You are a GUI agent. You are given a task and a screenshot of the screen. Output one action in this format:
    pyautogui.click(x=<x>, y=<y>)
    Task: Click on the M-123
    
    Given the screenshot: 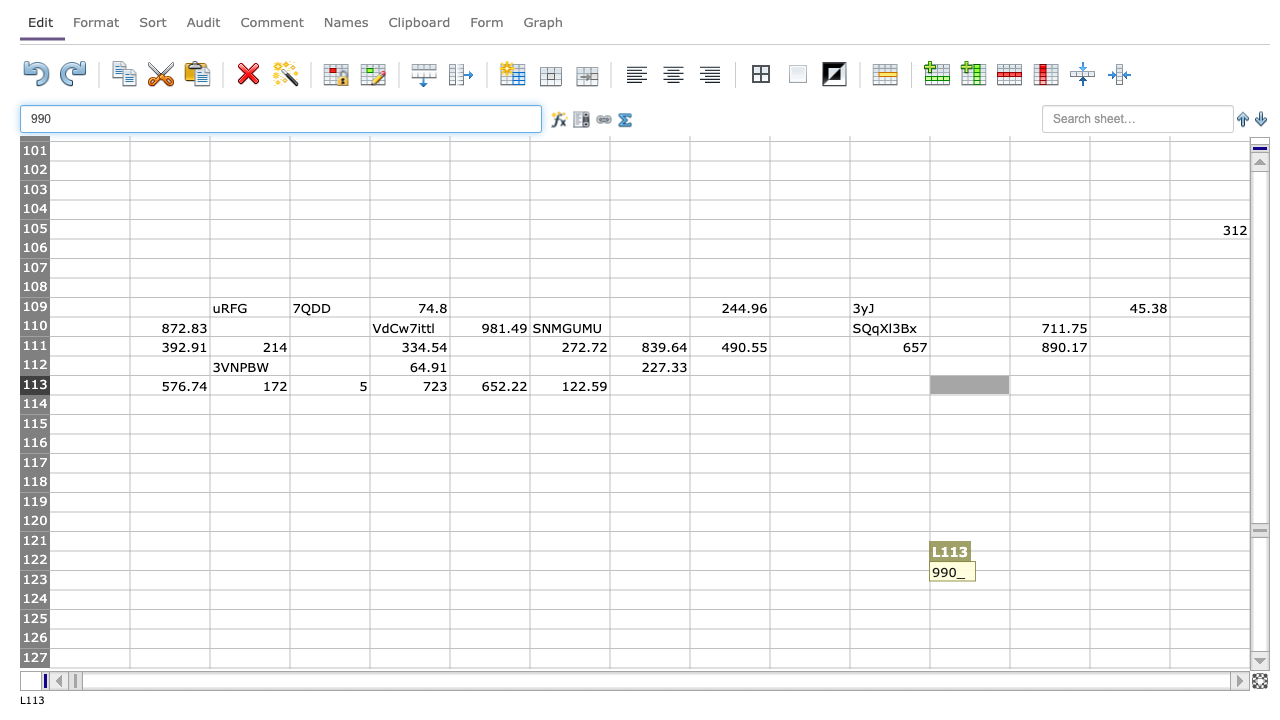 What is the action you would take?
    pyautogui.click(x=1048, y=580)
    